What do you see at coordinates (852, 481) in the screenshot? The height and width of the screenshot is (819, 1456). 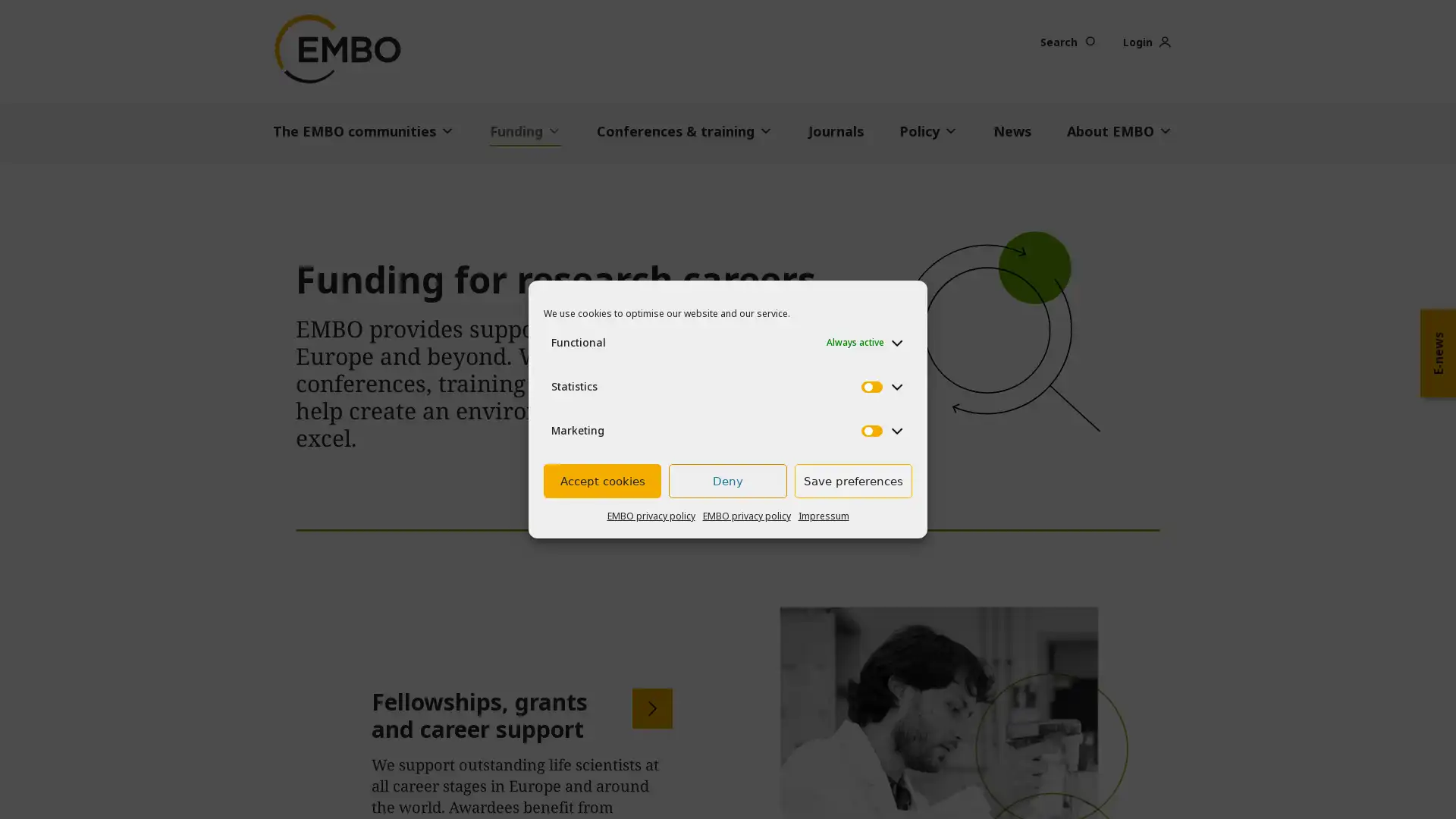 I see `Save preferences` at bounding box center [852, 481].